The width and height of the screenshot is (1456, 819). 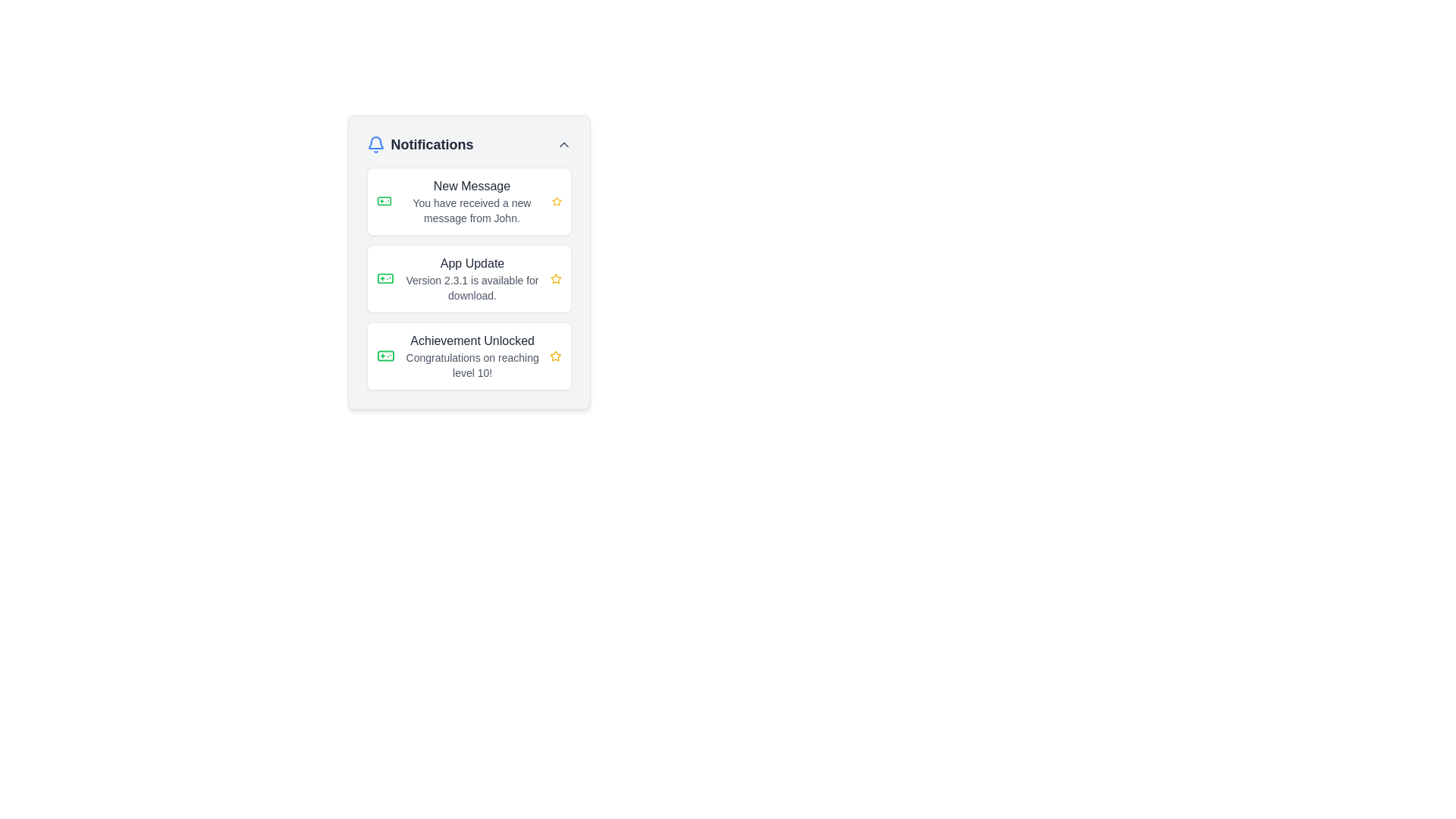 I want to click on the 'New Message' notification card, which is the first card in the vertical list inside the 'Notifications' panel, to acknowledge or view details, so click(x=471, y=201).